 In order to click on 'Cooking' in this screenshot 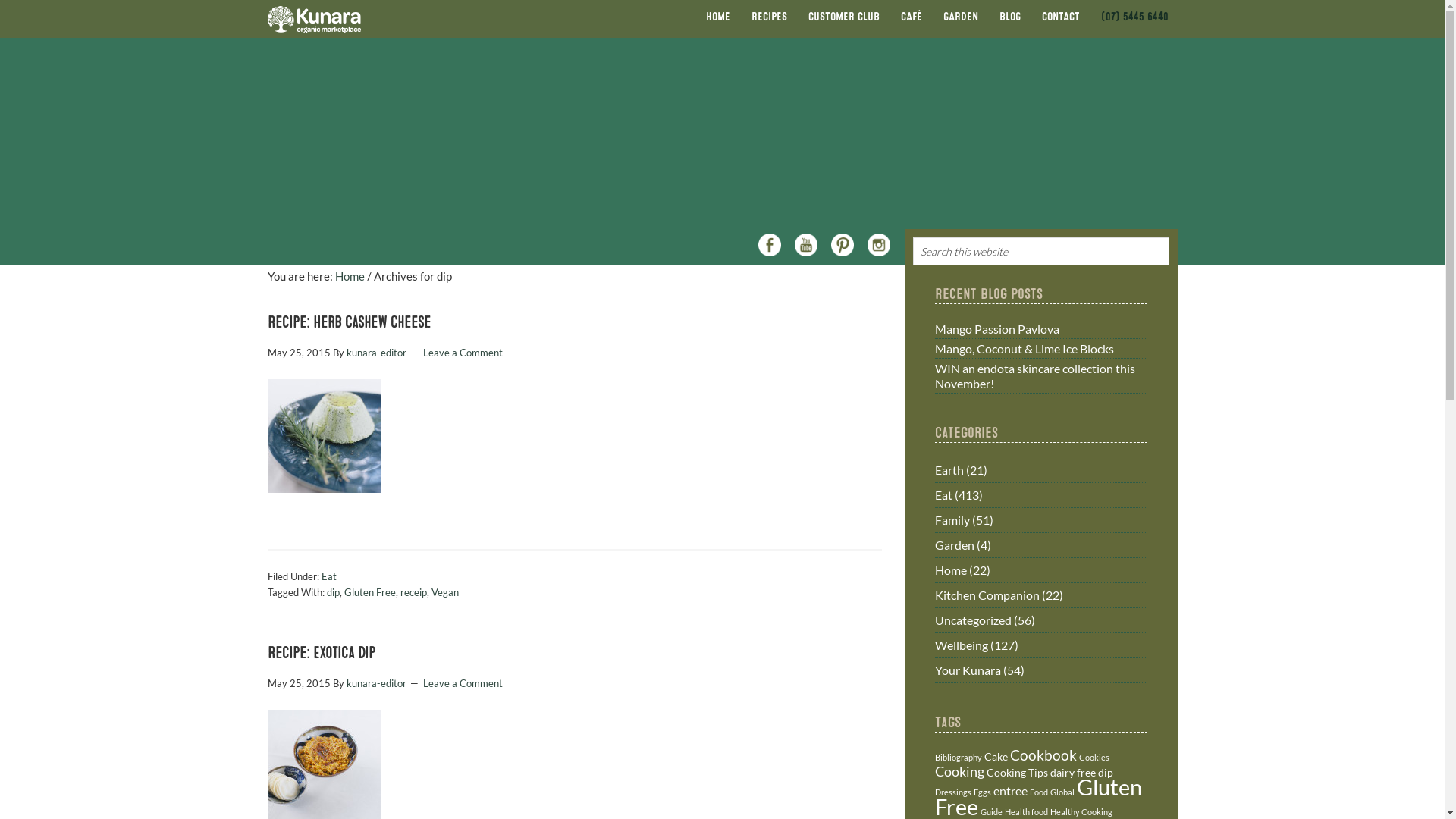, I will do `click(958, 771)`.